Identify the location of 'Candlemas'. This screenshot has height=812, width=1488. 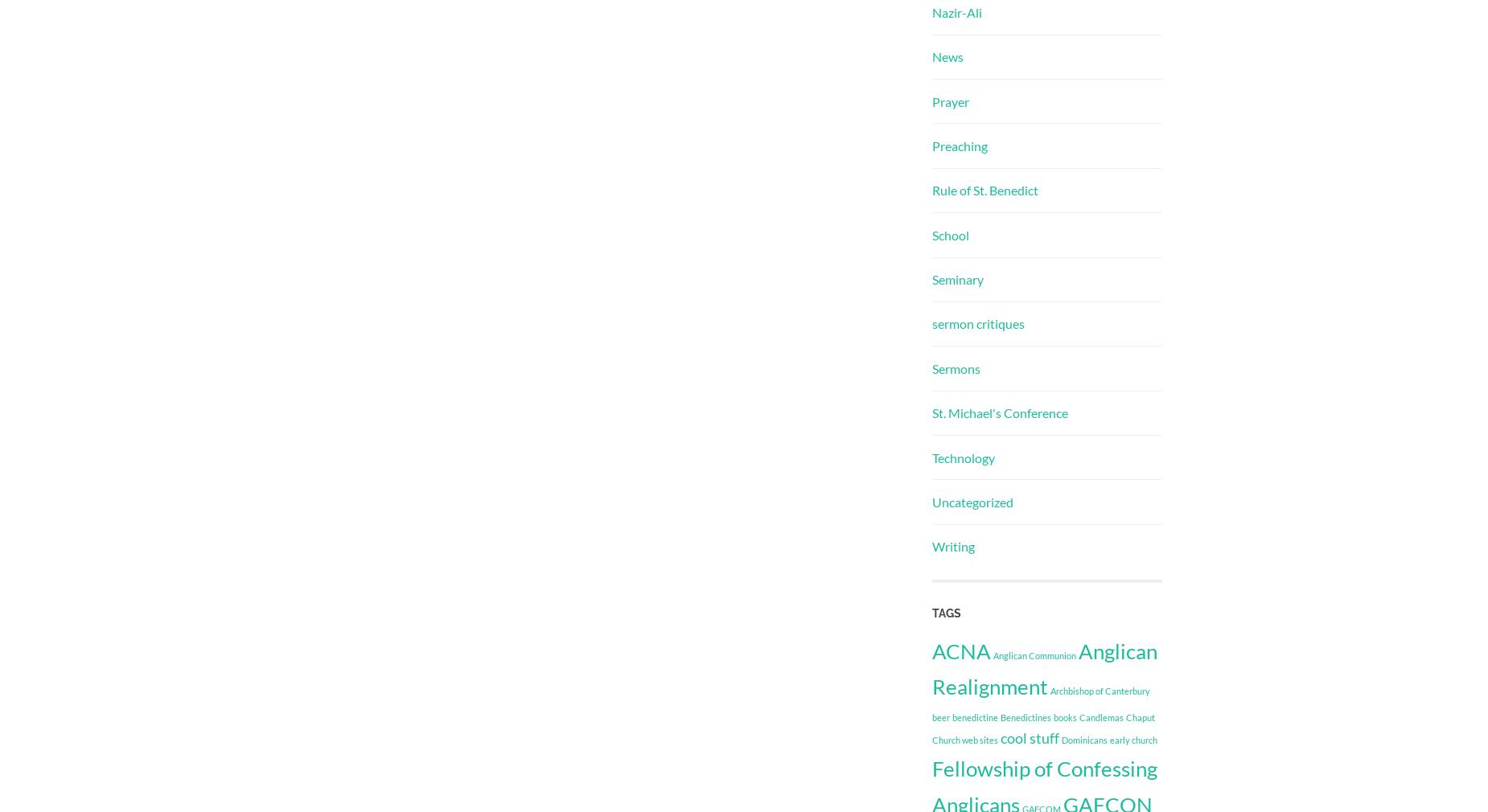
(1100, 716).